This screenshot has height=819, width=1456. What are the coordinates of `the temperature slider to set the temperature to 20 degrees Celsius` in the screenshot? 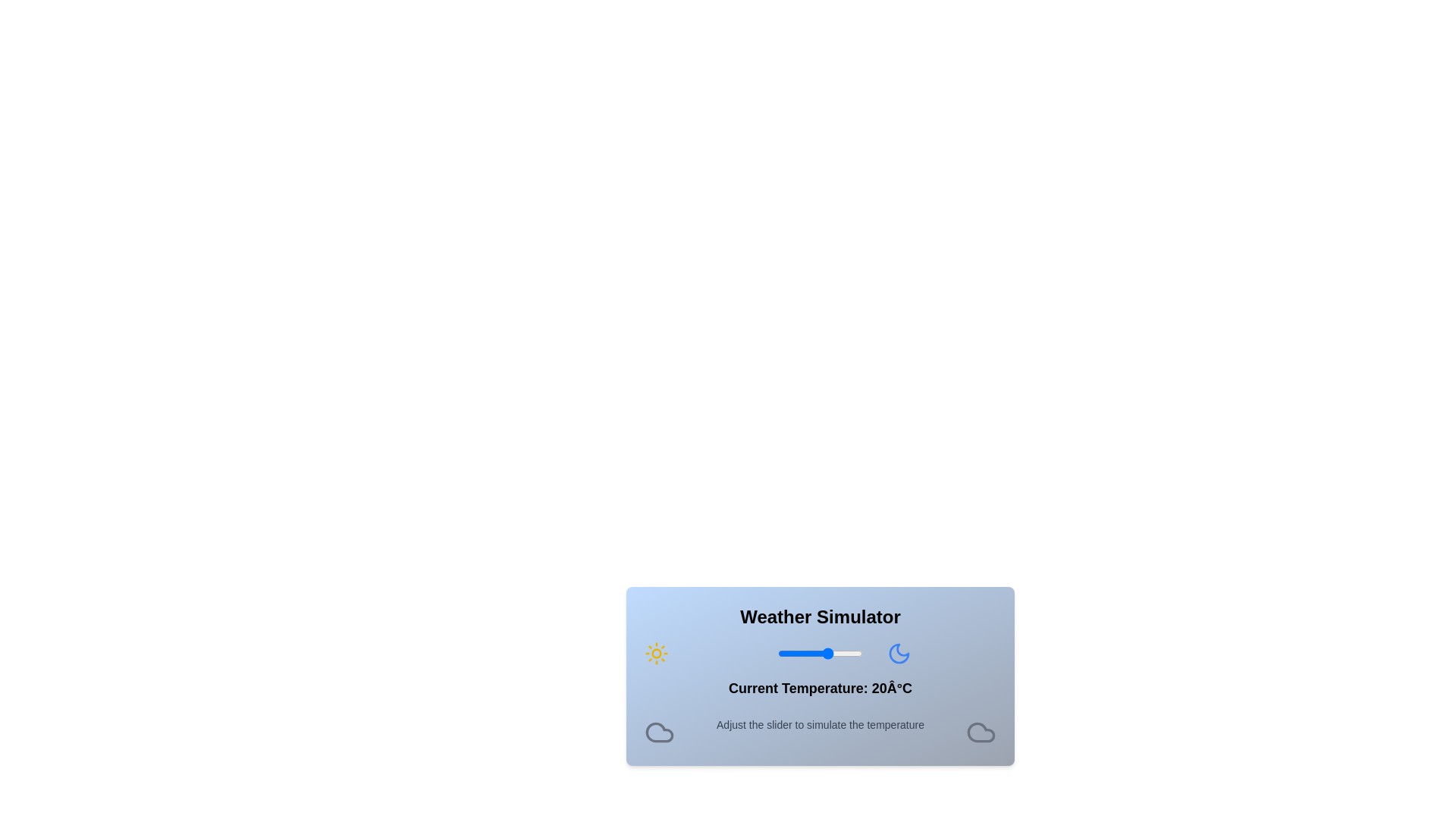 It's located at (828, 652).